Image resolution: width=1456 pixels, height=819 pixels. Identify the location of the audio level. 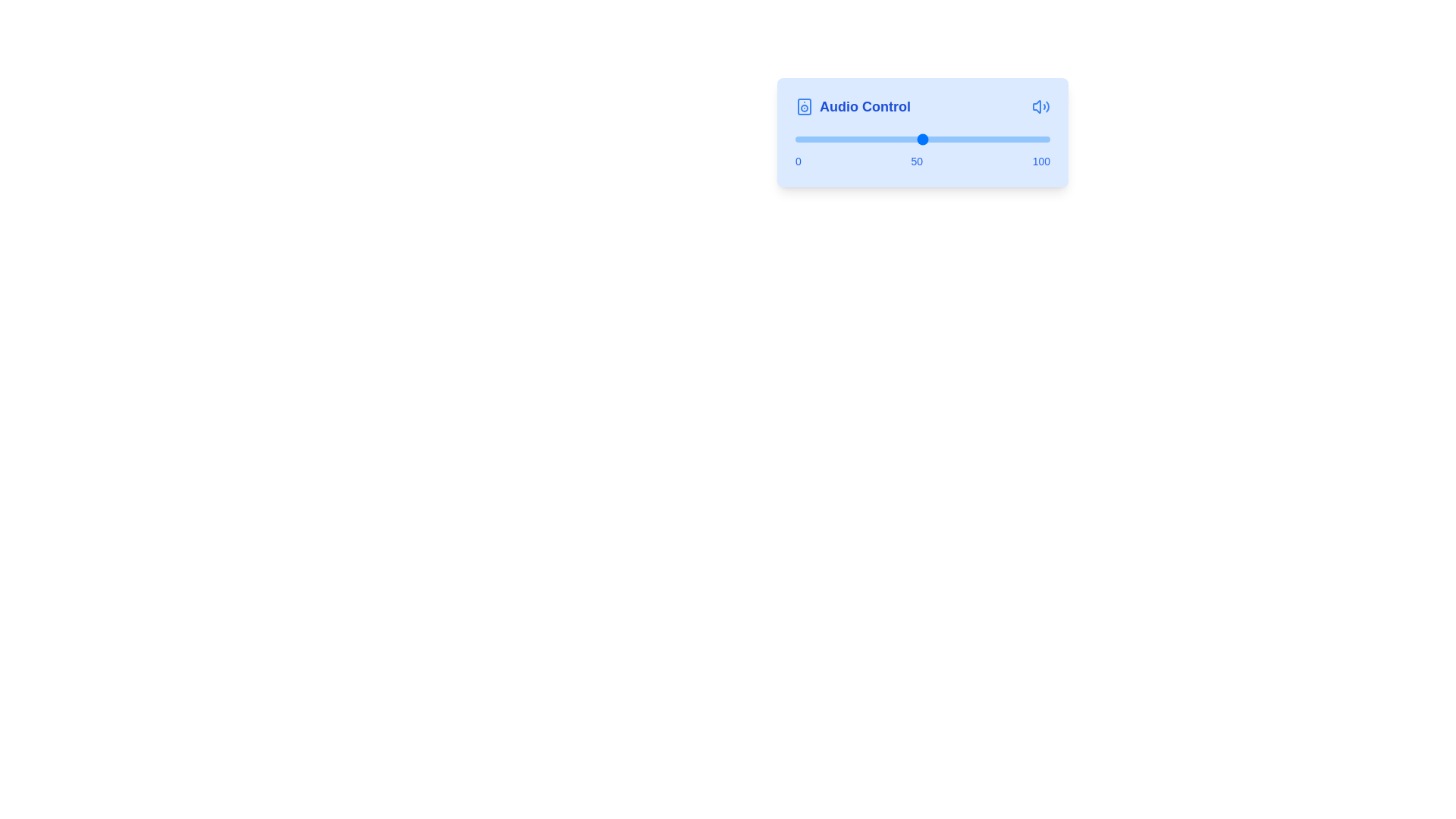
(1012, 140).